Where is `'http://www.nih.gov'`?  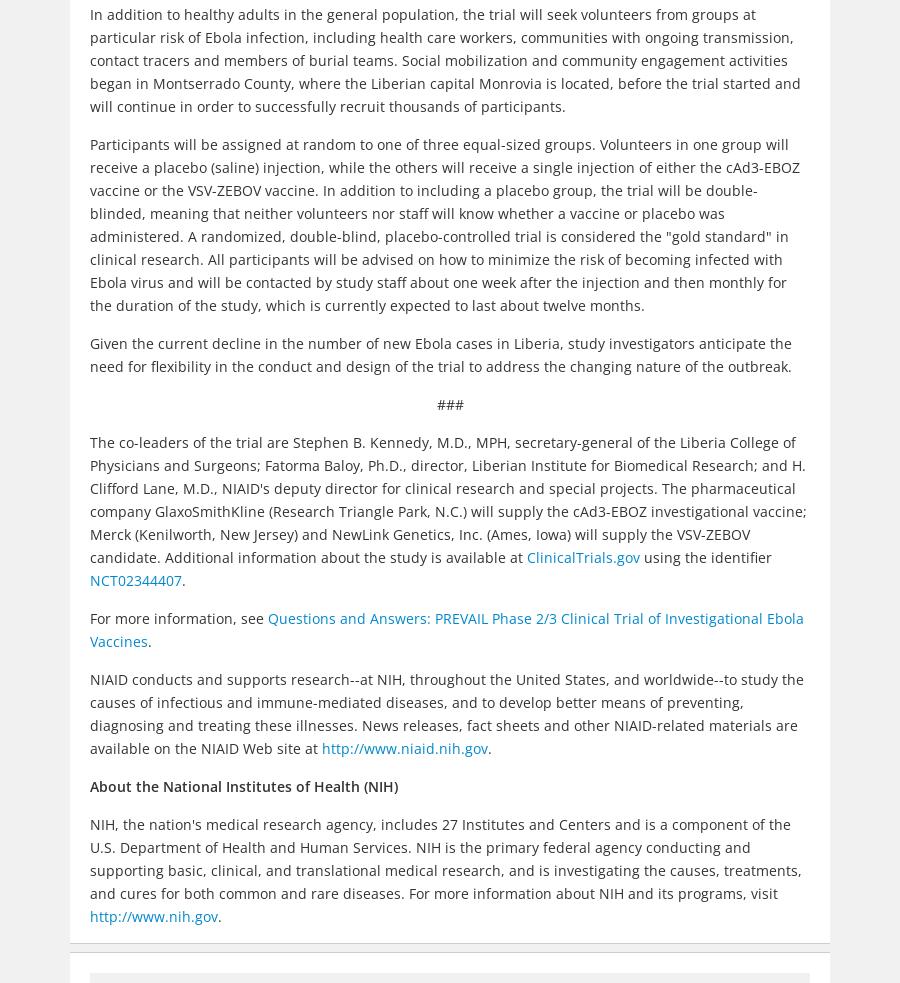
'http://www.nih.gov' is located at coordinates (89, 916).